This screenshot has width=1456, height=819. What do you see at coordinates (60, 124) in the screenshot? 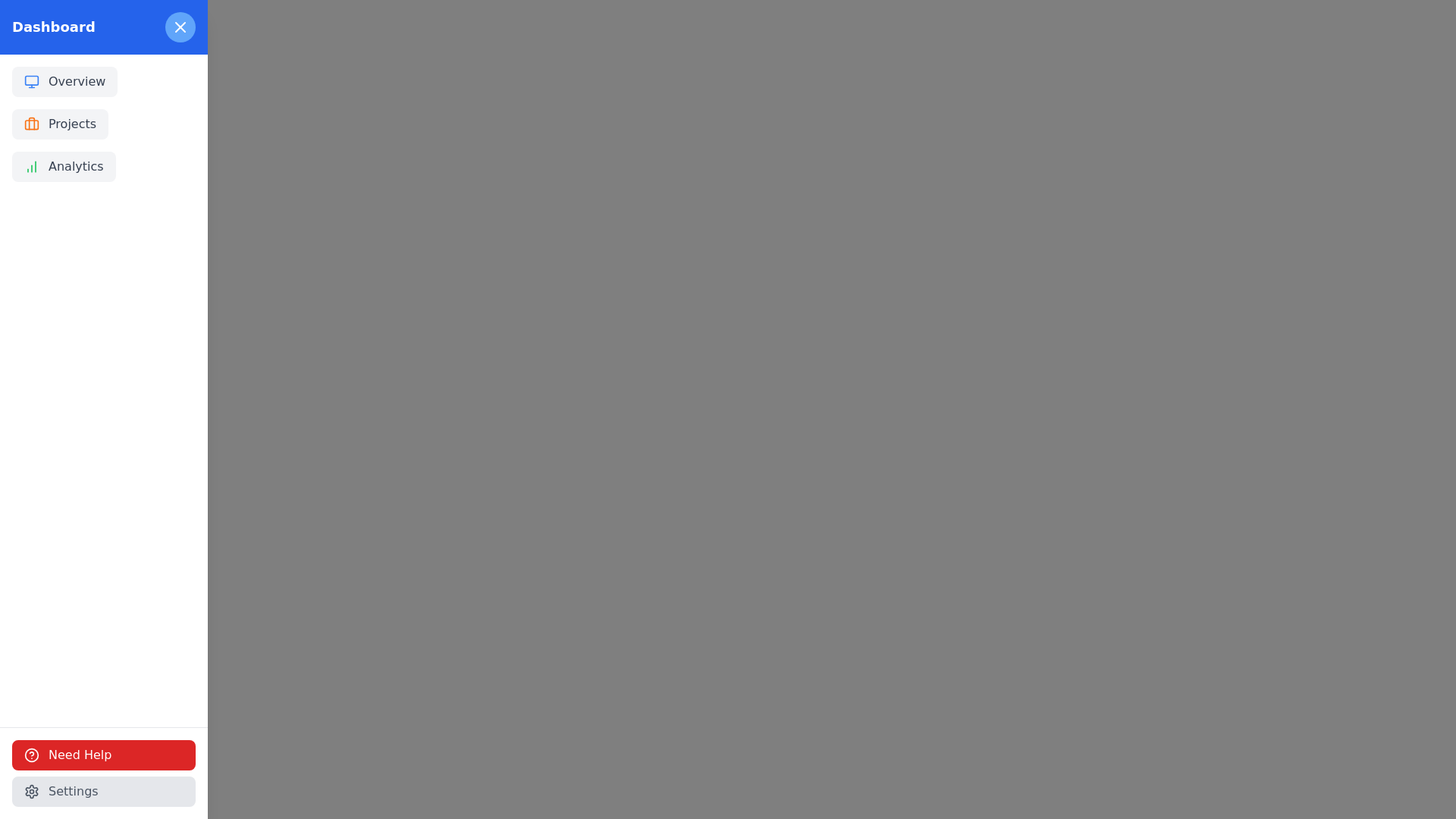
I see `the second button in the vertical list, located below the 'Overview' button and above the 'Analytics' button` at bounding box center [60, 124].